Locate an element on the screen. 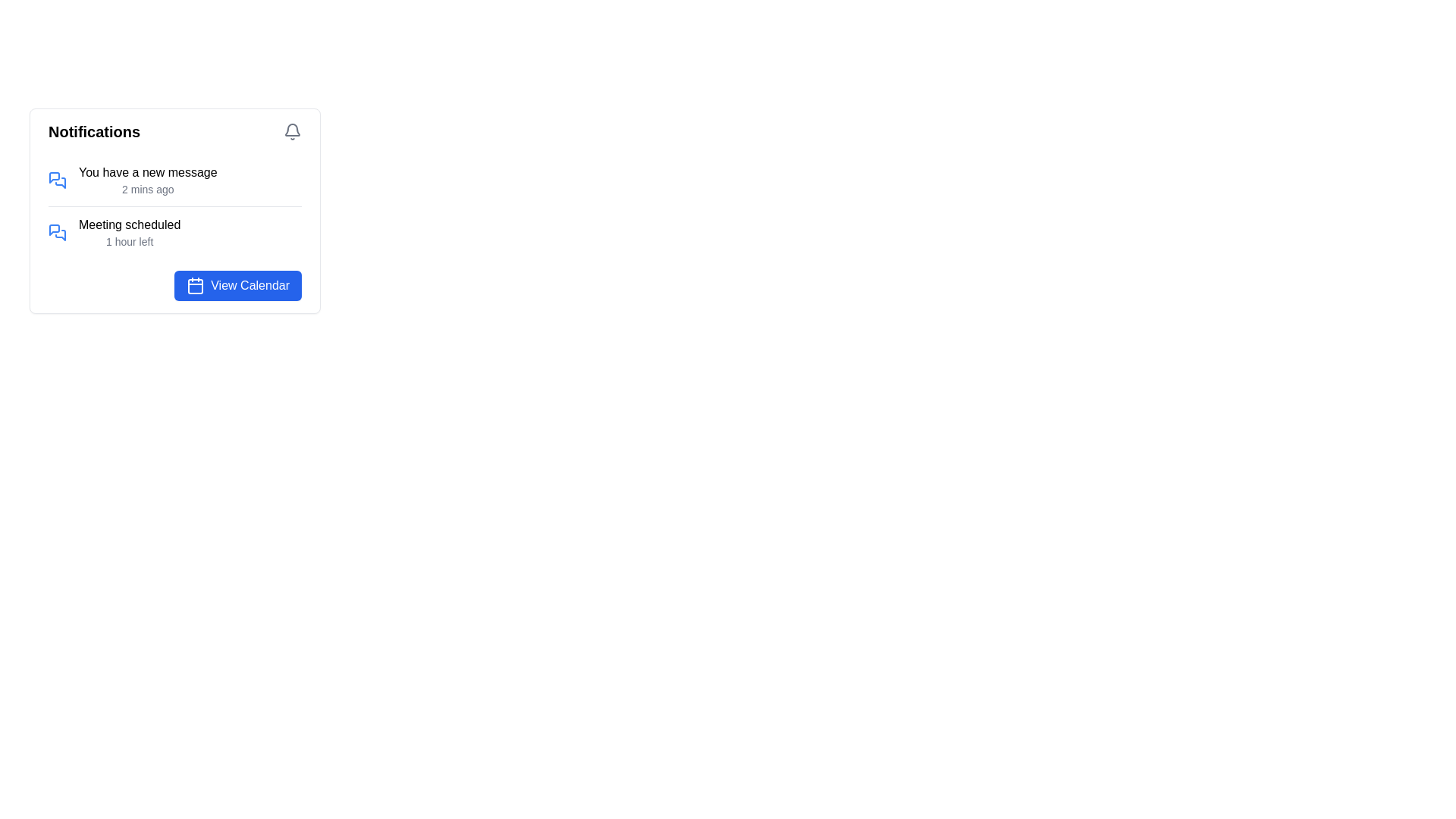  the text label that serves as a title for the notification, positioned above the '1 hour left' text within the notifications list is located at coordinates (130, 225).